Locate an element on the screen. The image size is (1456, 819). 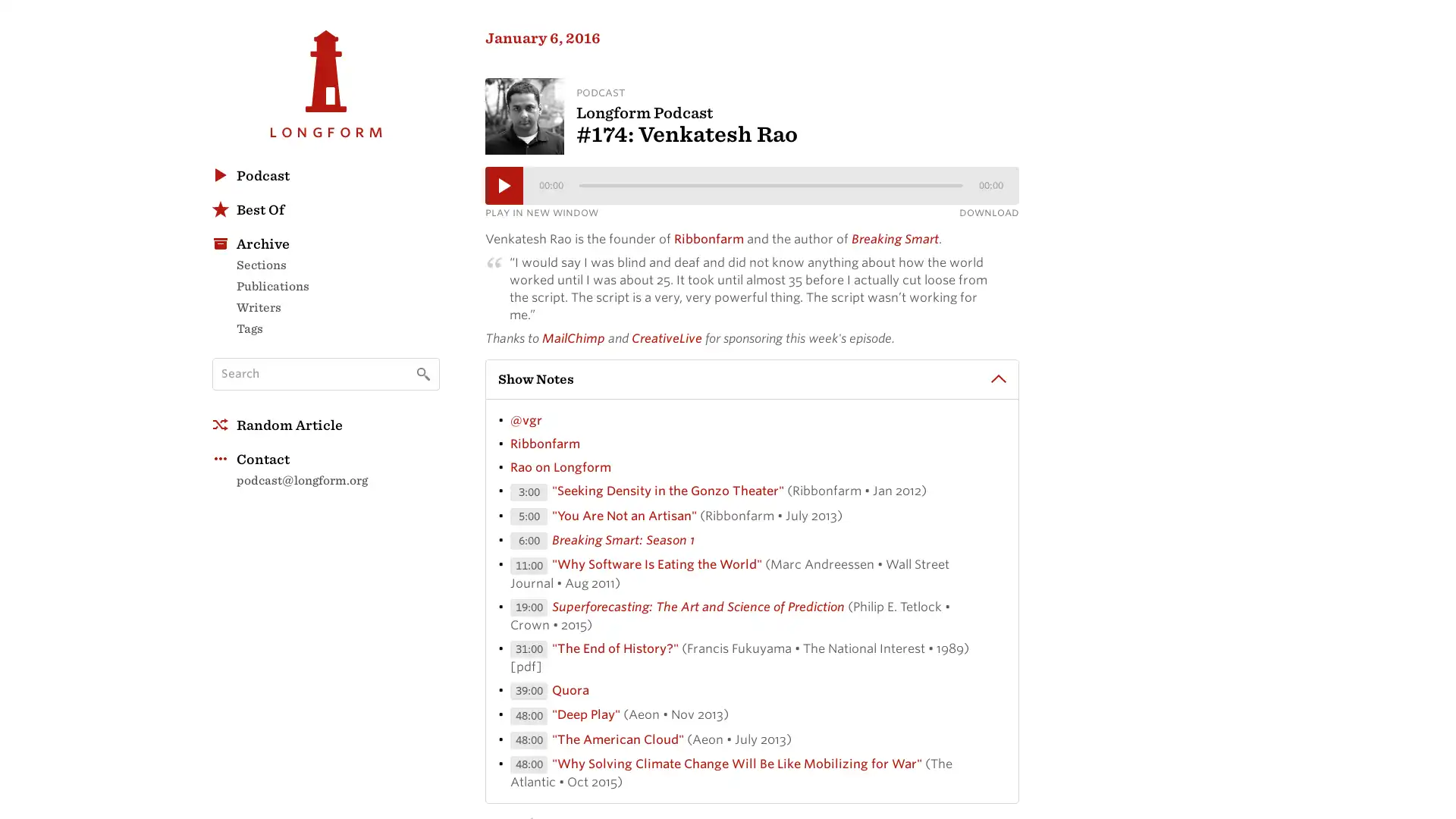
Play is located at coordinates (504, 187).